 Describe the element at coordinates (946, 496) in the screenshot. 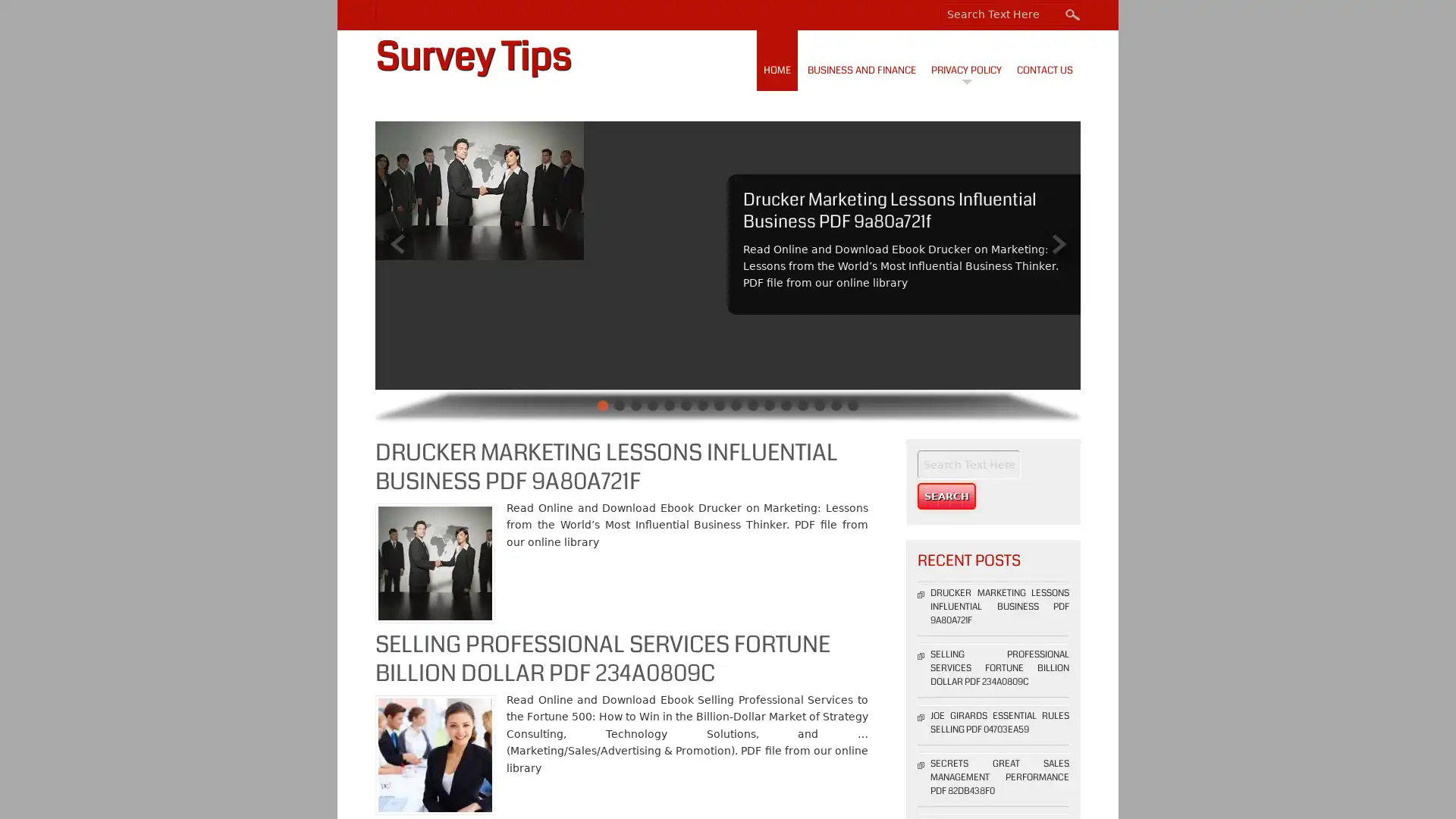

I see `Search` at that location.